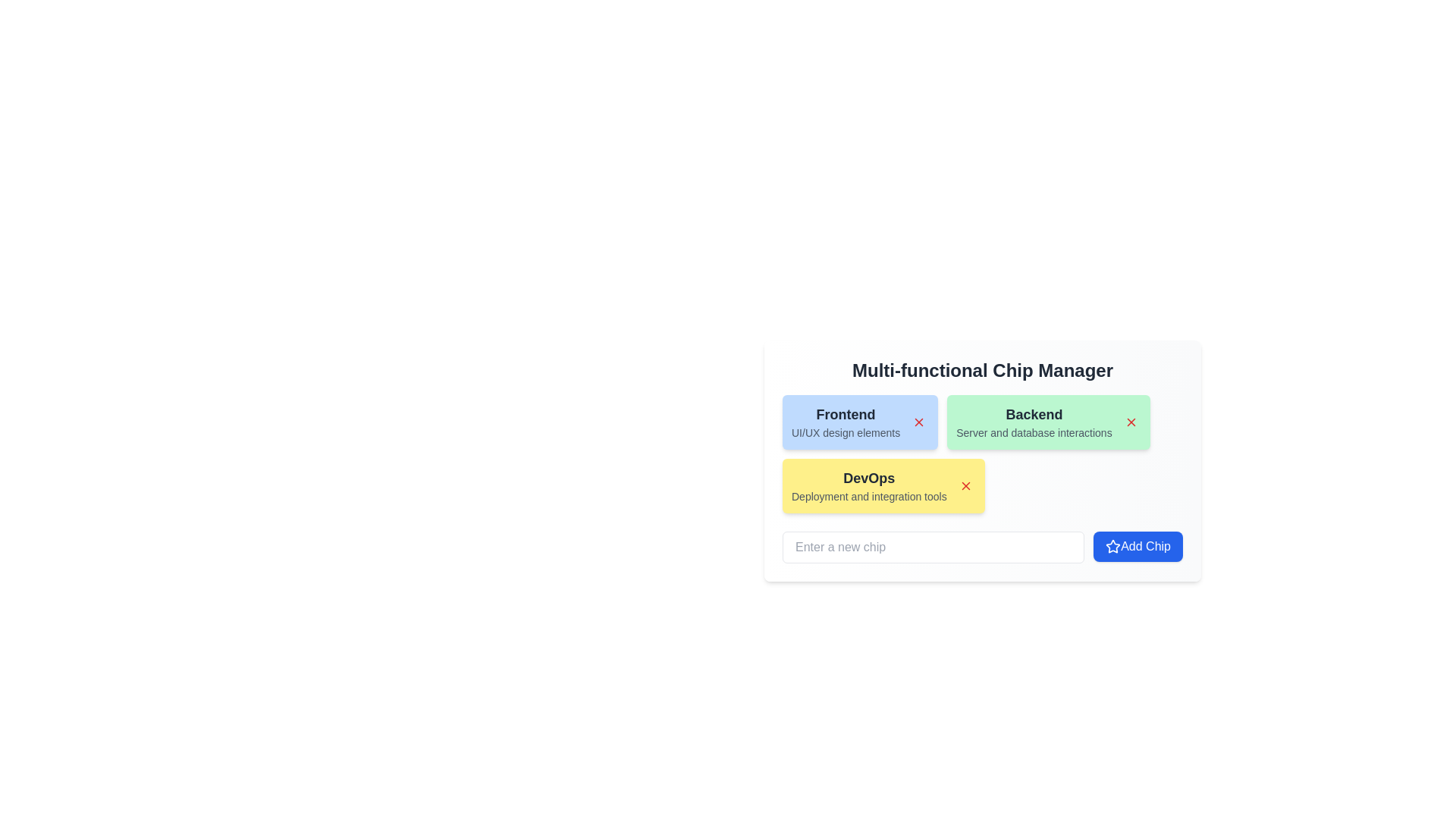  Describe the element at coordinates (869, 479) in the screenshot. I see `the text label 'DevOps', which is bold and prominently displayed against a yellow background, located below the 'Frontend' and 'Backend' cards` at that location.